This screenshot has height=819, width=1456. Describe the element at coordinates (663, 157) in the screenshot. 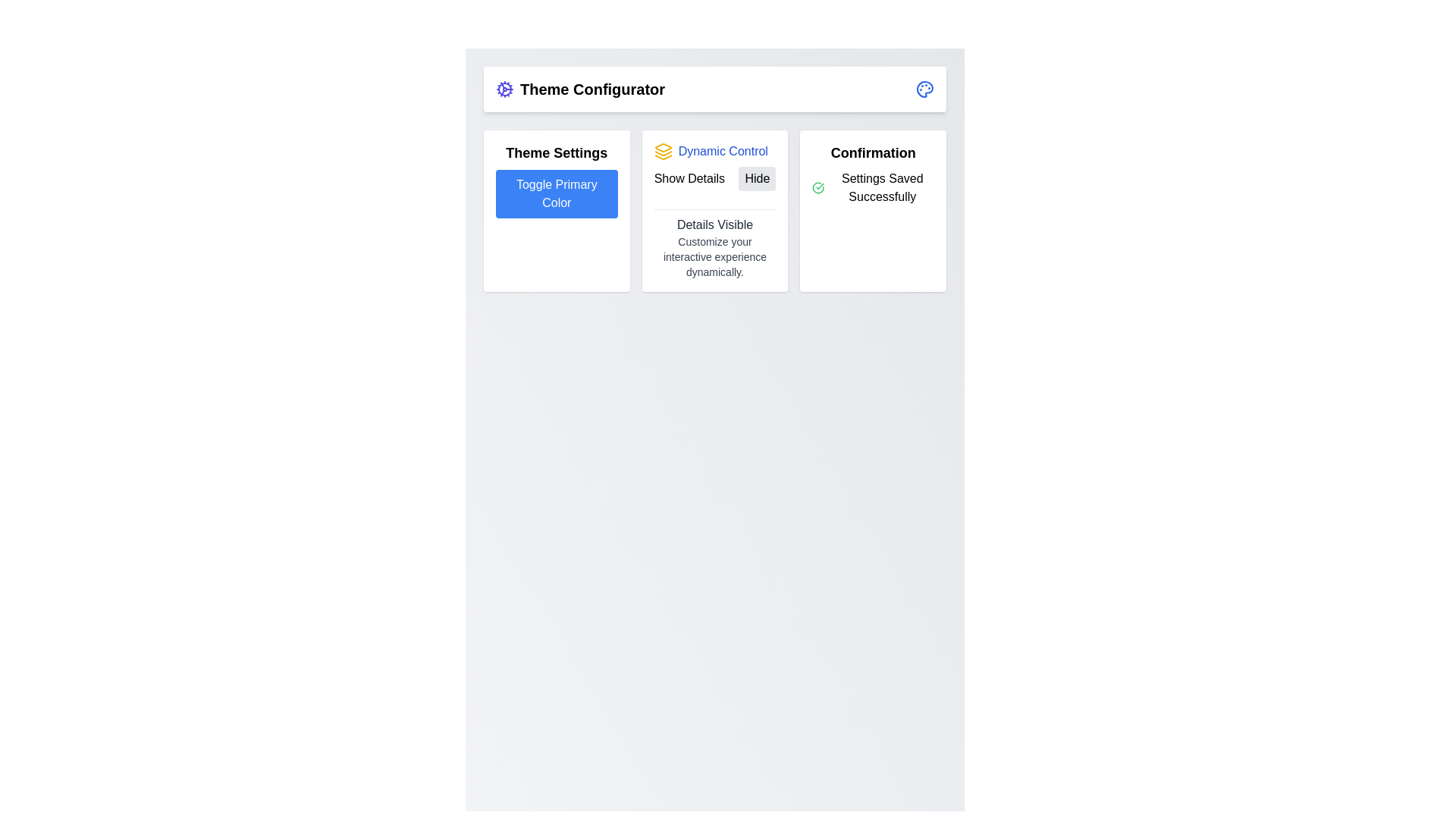

I see `the graphical icon representing a layered stack, which consists of three stylized layers with triangular extensions on the bottom-most layer` at that location.